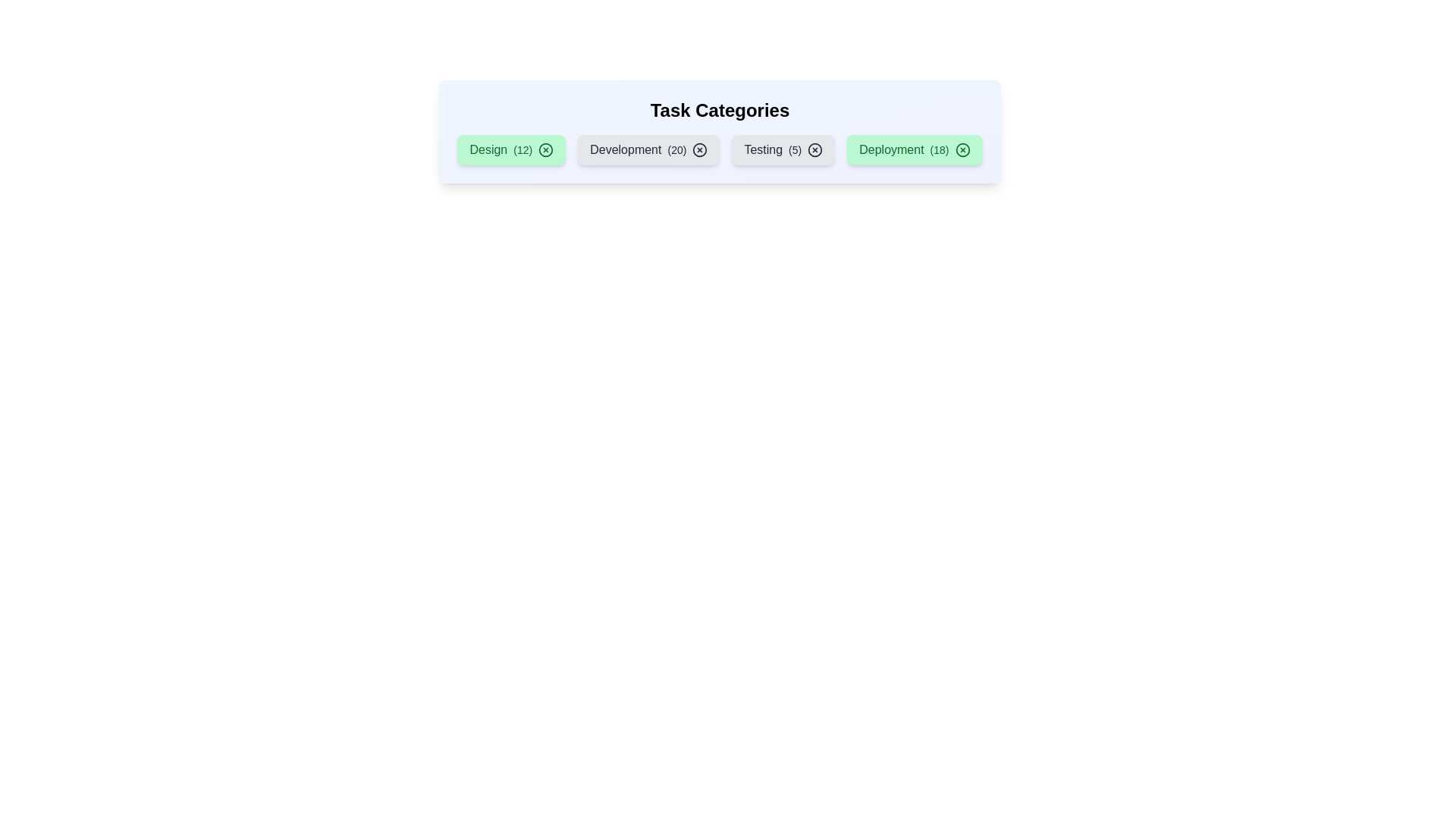  I want to click on 'X' icon on the chip labeled 'Design' to remove it, so click(546, 149).